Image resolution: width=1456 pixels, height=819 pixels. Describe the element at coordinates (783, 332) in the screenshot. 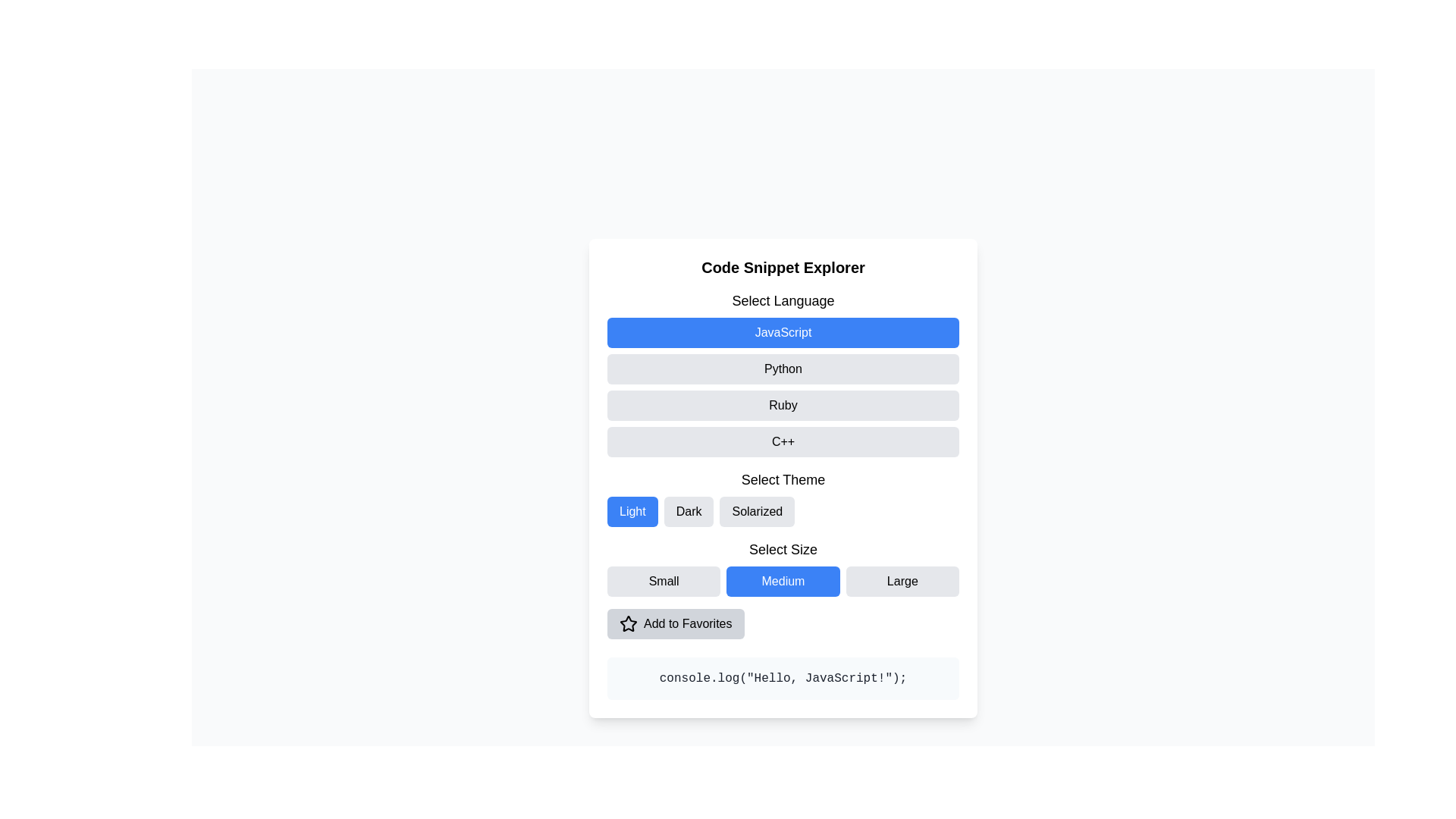

I see `the blue button labeled 'JavaScript'` at that location.